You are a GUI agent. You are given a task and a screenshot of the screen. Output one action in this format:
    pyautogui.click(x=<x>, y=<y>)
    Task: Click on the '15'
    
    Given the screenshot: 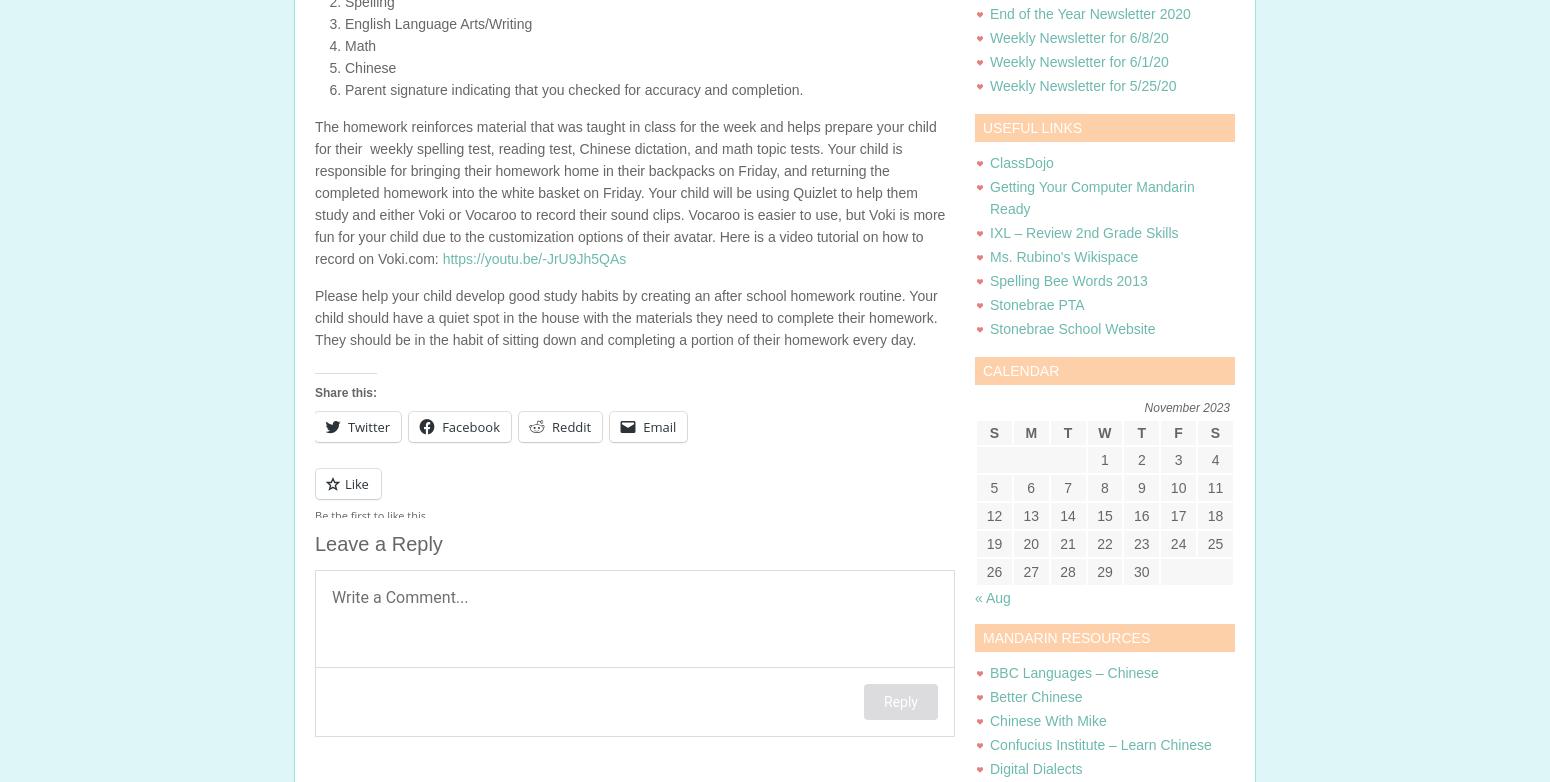 What is the action you would take?
    pyautogui.click(x=1103, y=515)
    